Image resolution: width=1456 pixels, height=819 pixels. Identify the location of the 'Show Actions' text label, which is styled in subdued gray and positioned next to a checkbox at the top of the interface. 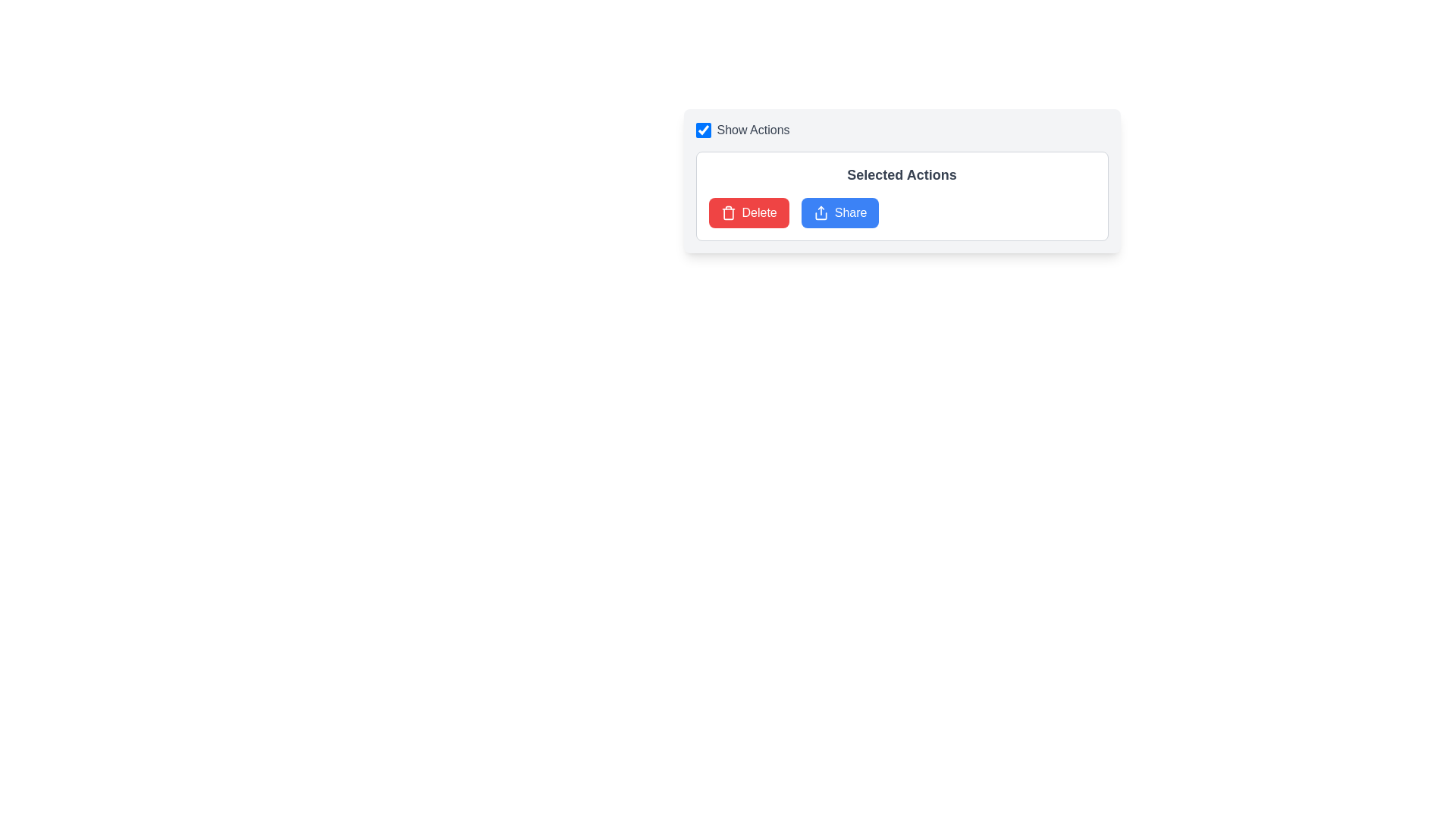
(753, 130).